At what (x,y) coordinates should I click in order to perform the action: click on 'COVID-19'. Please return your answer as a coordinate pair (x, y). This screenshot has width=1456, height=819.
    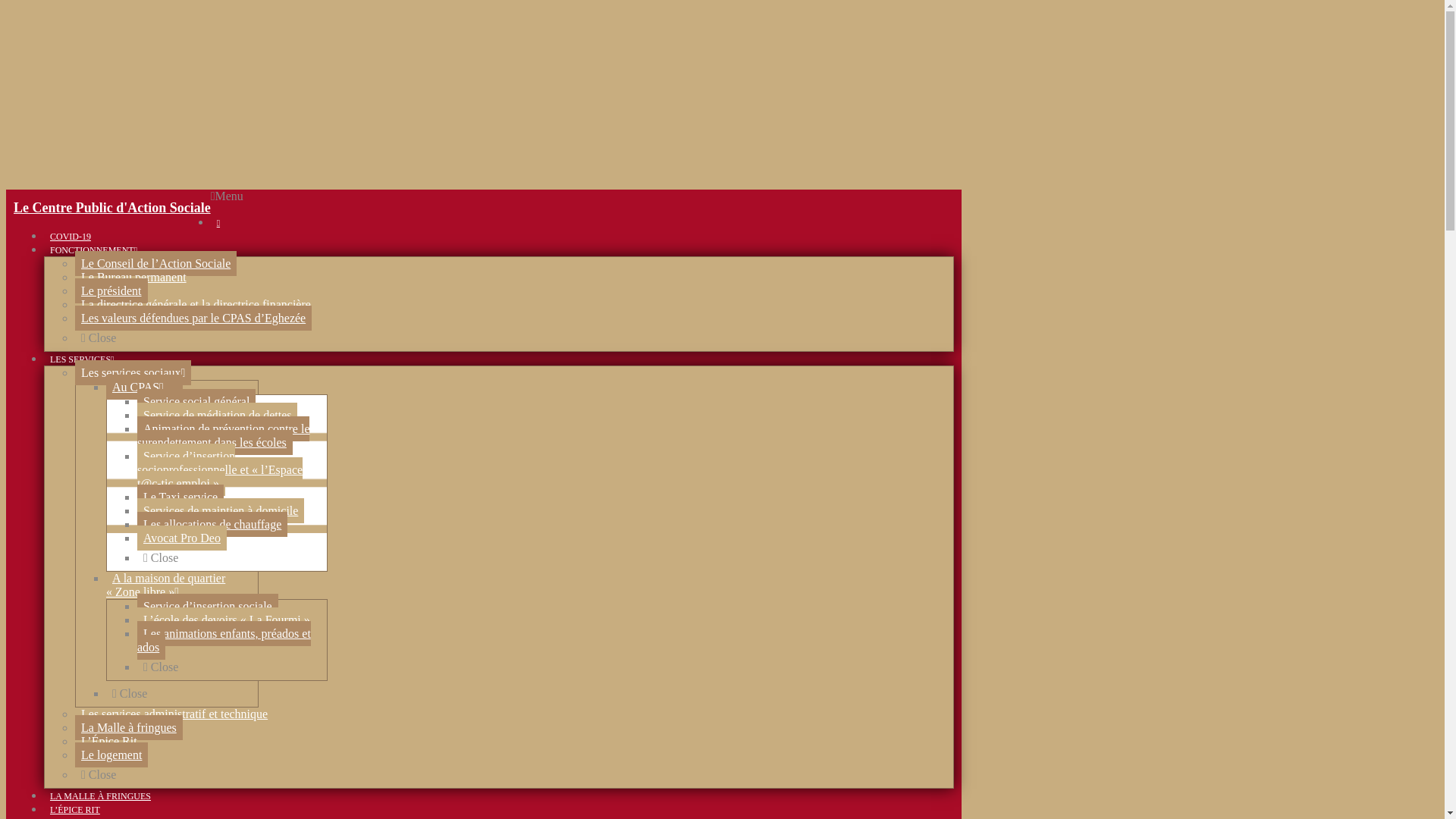
    Looking at the image, I should click on (69, 237).